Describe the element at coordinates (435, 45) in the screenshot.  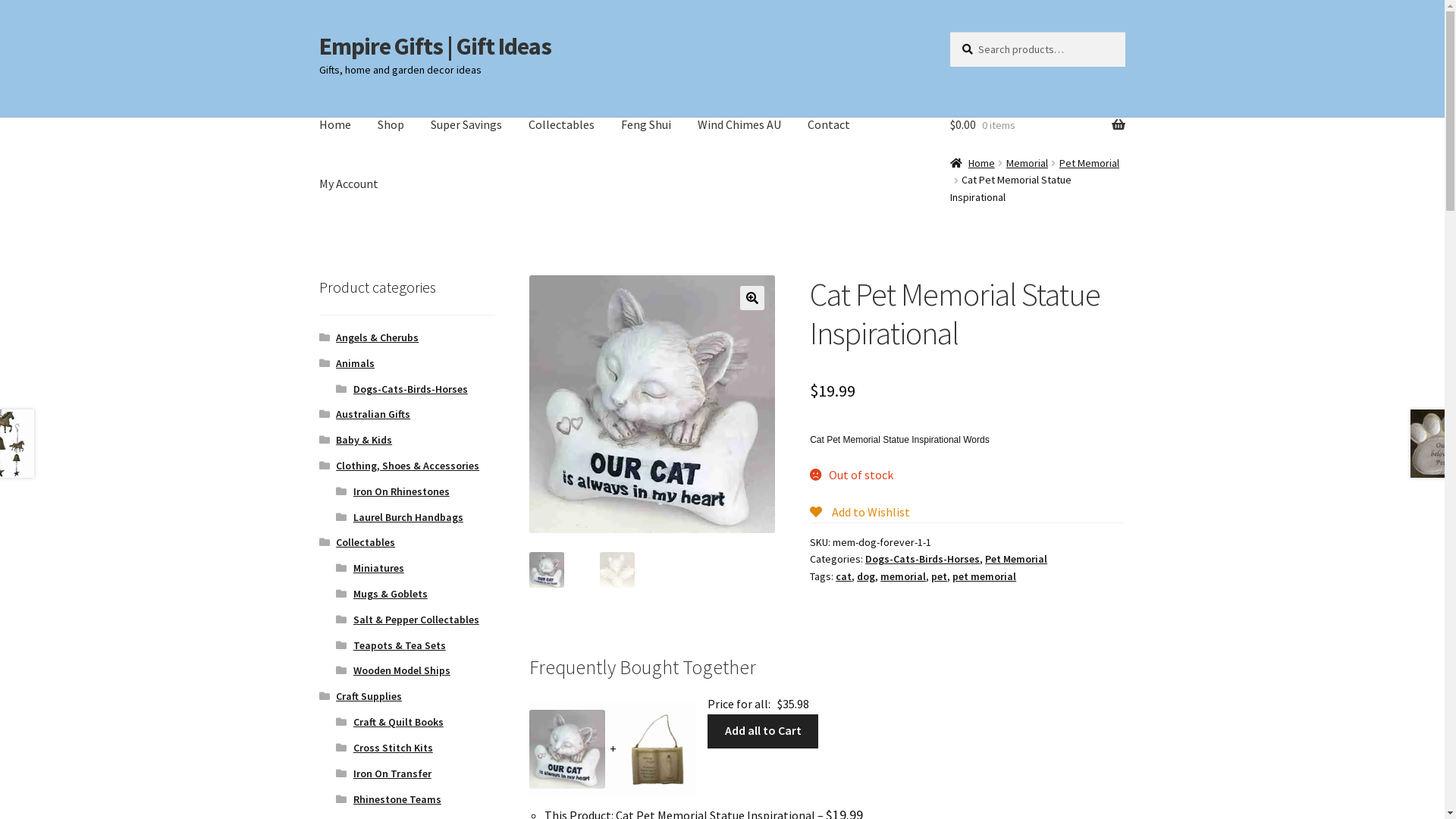
I see `'Empire Gifts | Gift Ideas'` at that location.